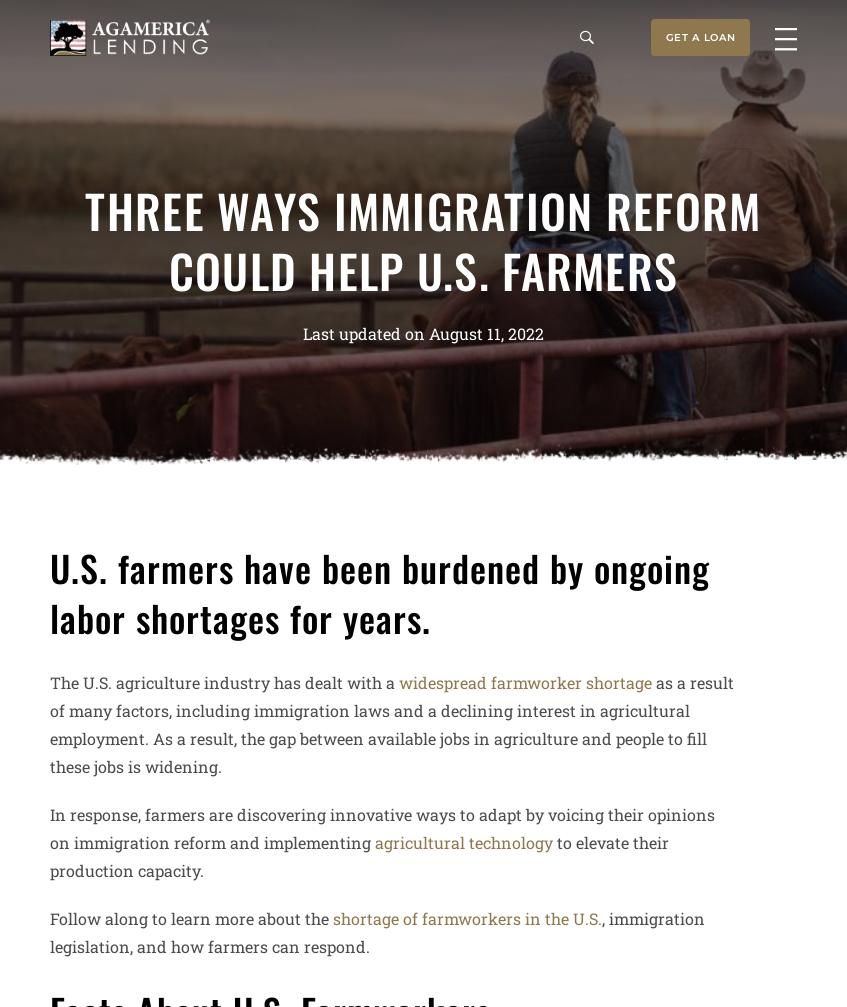  Describe the element at coordinates (224, 680) in the screenshot. I see `'The U.S. agriculture industry has dealt with a'` at that location.